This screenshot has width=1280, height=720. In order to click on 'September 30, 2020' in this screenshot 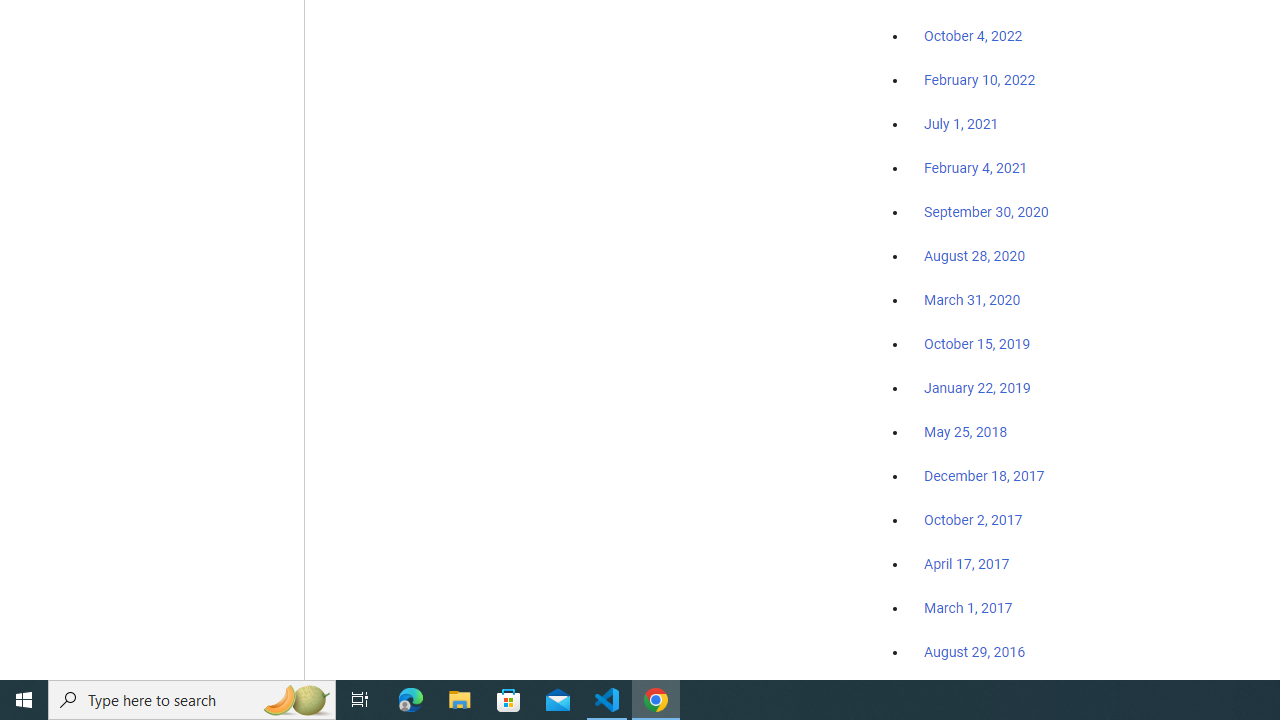, I will do `click(986, 212)`.